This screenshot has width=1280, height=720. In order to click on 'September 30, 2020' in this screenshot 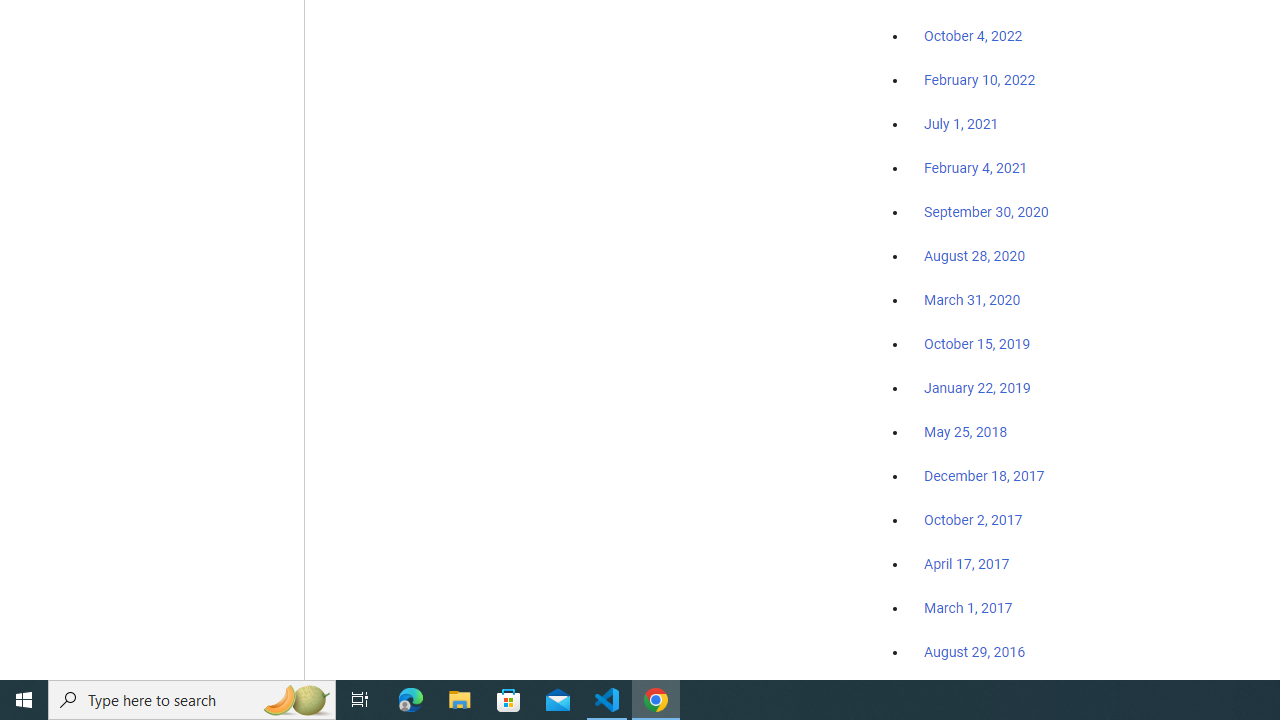, I will do `click(986, 212)`.